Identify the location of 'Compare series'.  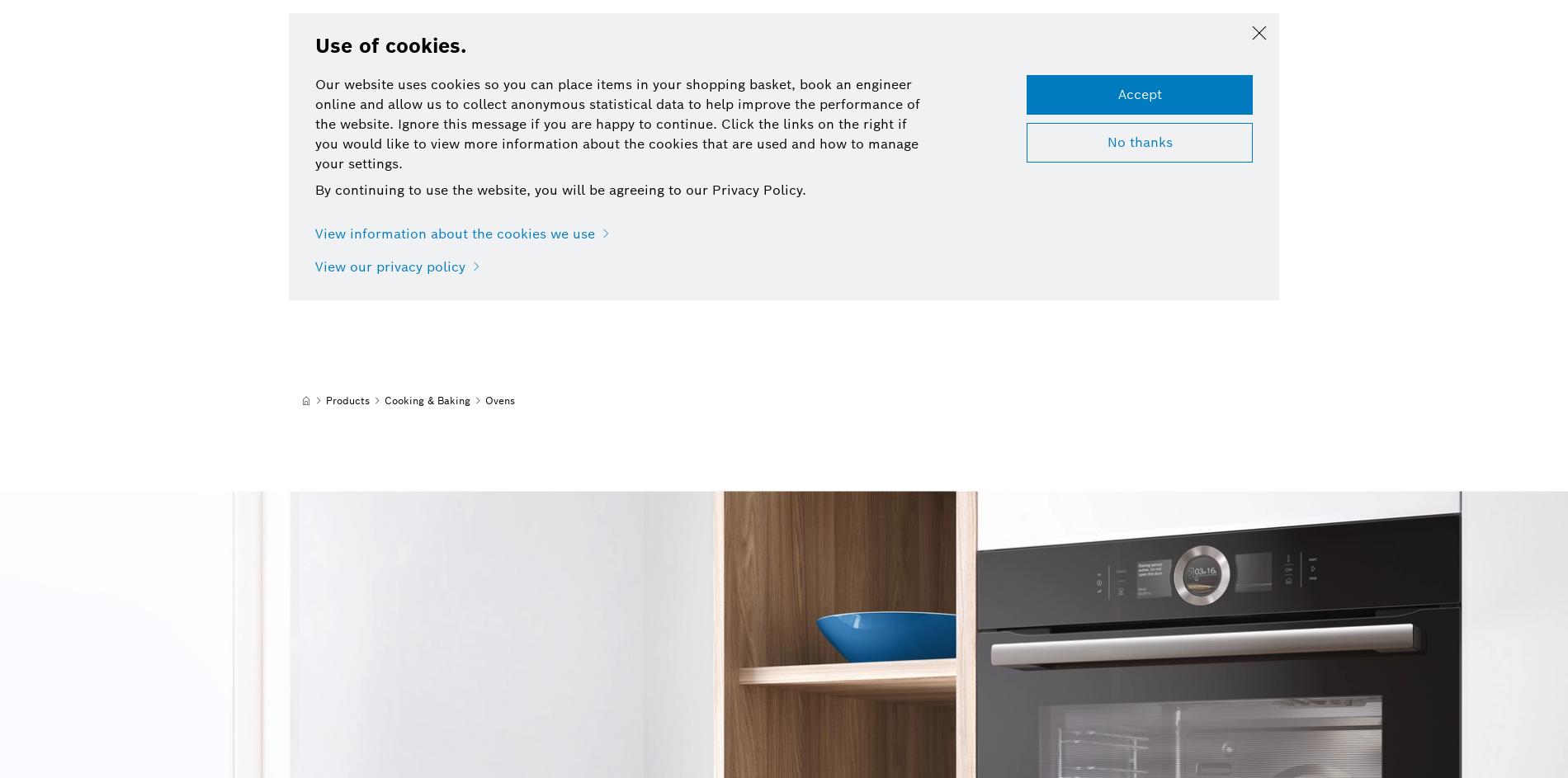
(669, 87).